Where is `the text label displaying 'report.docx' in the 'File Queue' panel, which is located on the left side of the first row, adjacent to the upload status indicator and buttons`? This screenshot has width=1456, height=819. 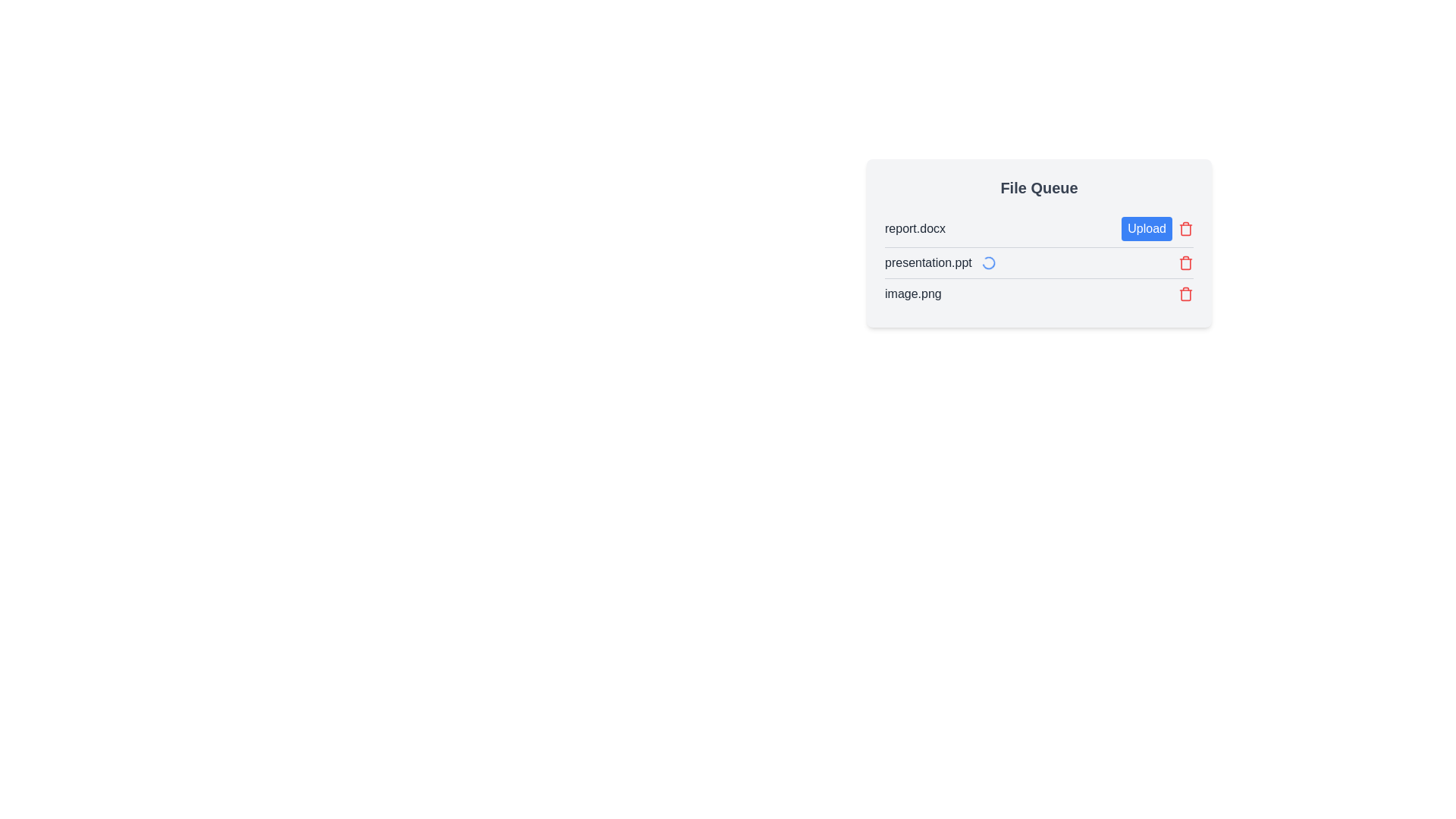 the text label displaying 'report.docx' in the 'File Queue' panel, which is located on the left side of the first row, adjacent to the upload status indicator and buttons is located at coordinates (915, 228).